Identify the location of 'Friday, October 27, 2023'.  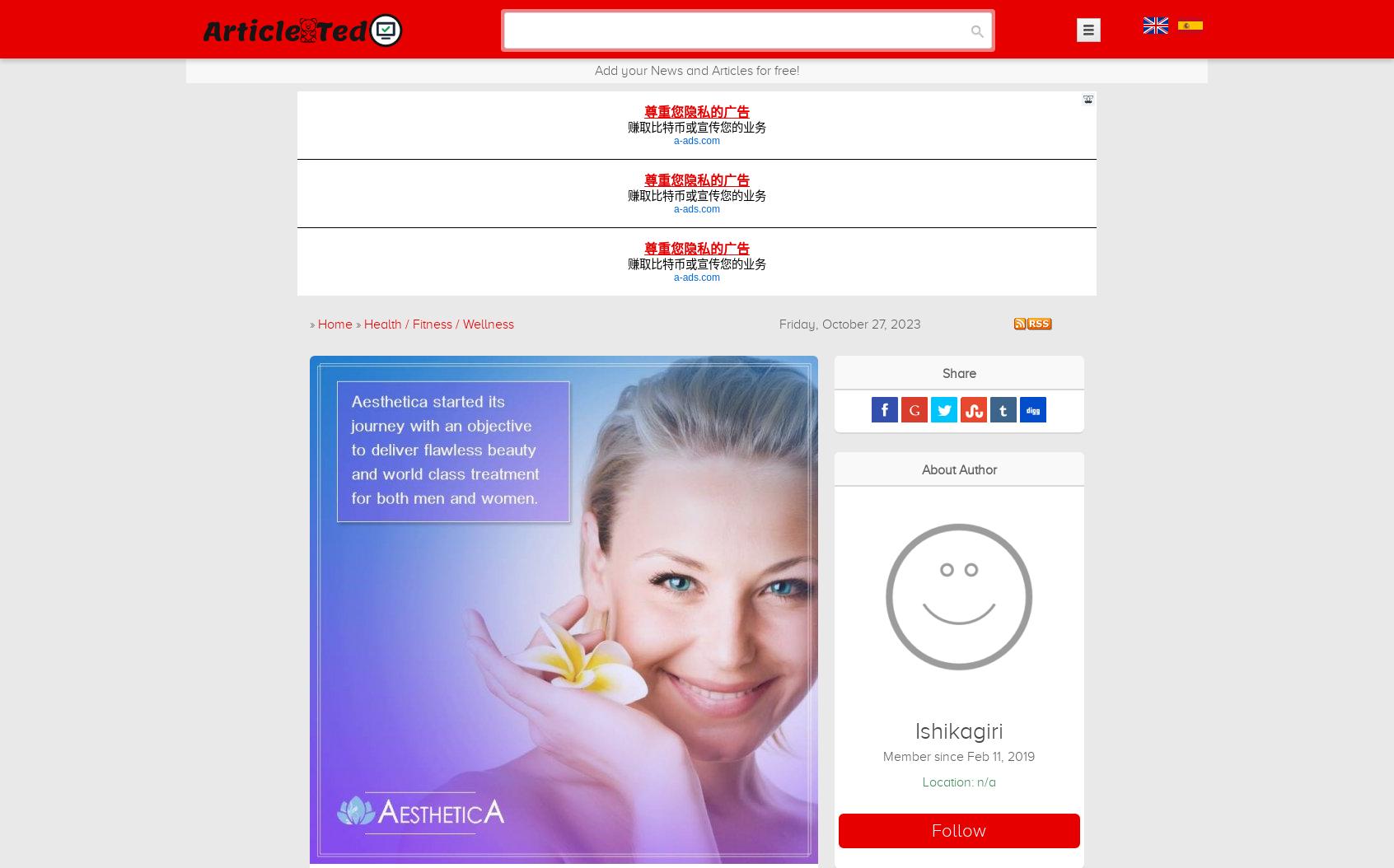
(849, 323).